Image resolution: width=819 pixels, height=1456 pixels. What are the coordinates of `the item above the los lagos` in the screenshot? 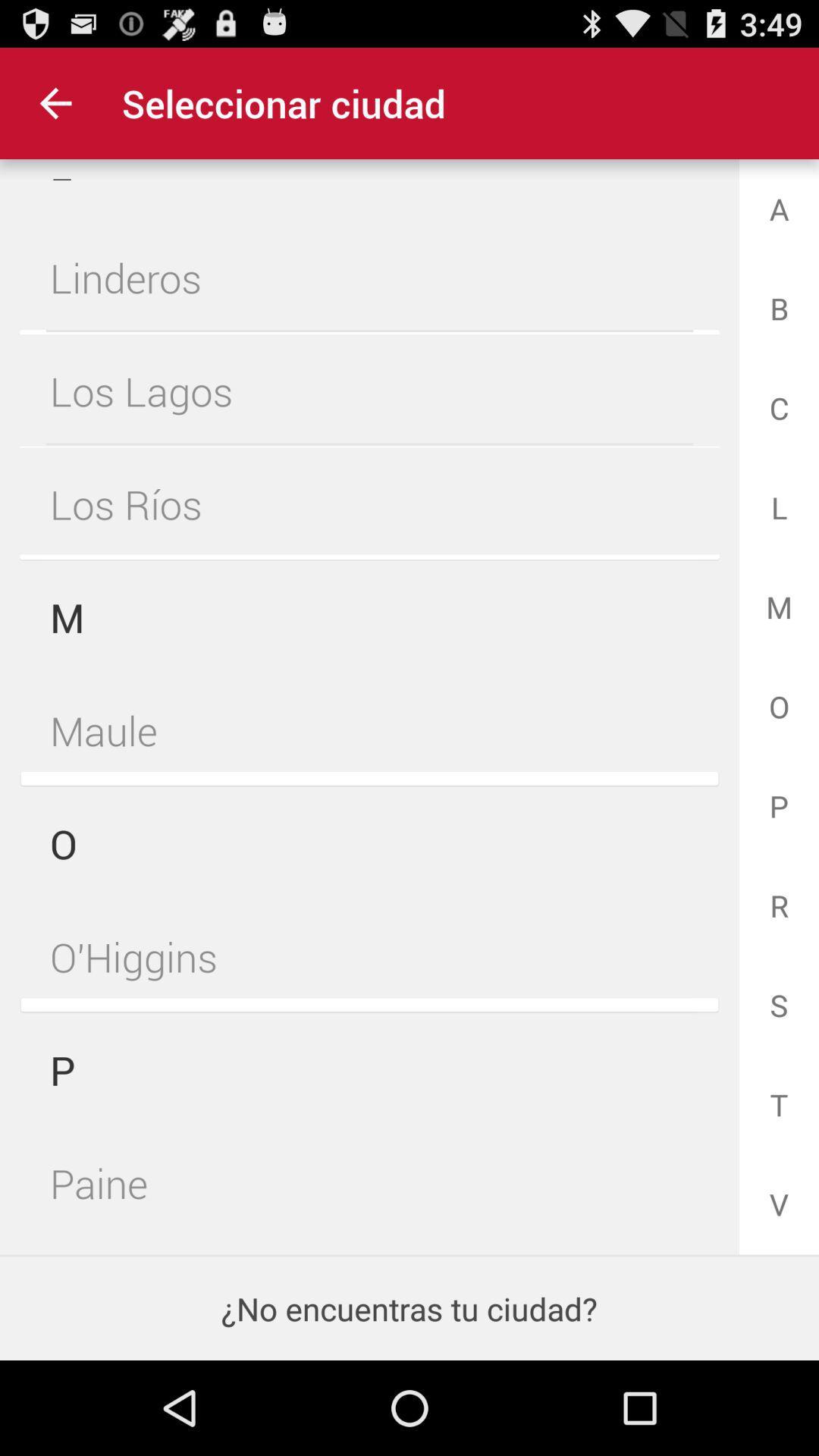 It's located at (369, 278).